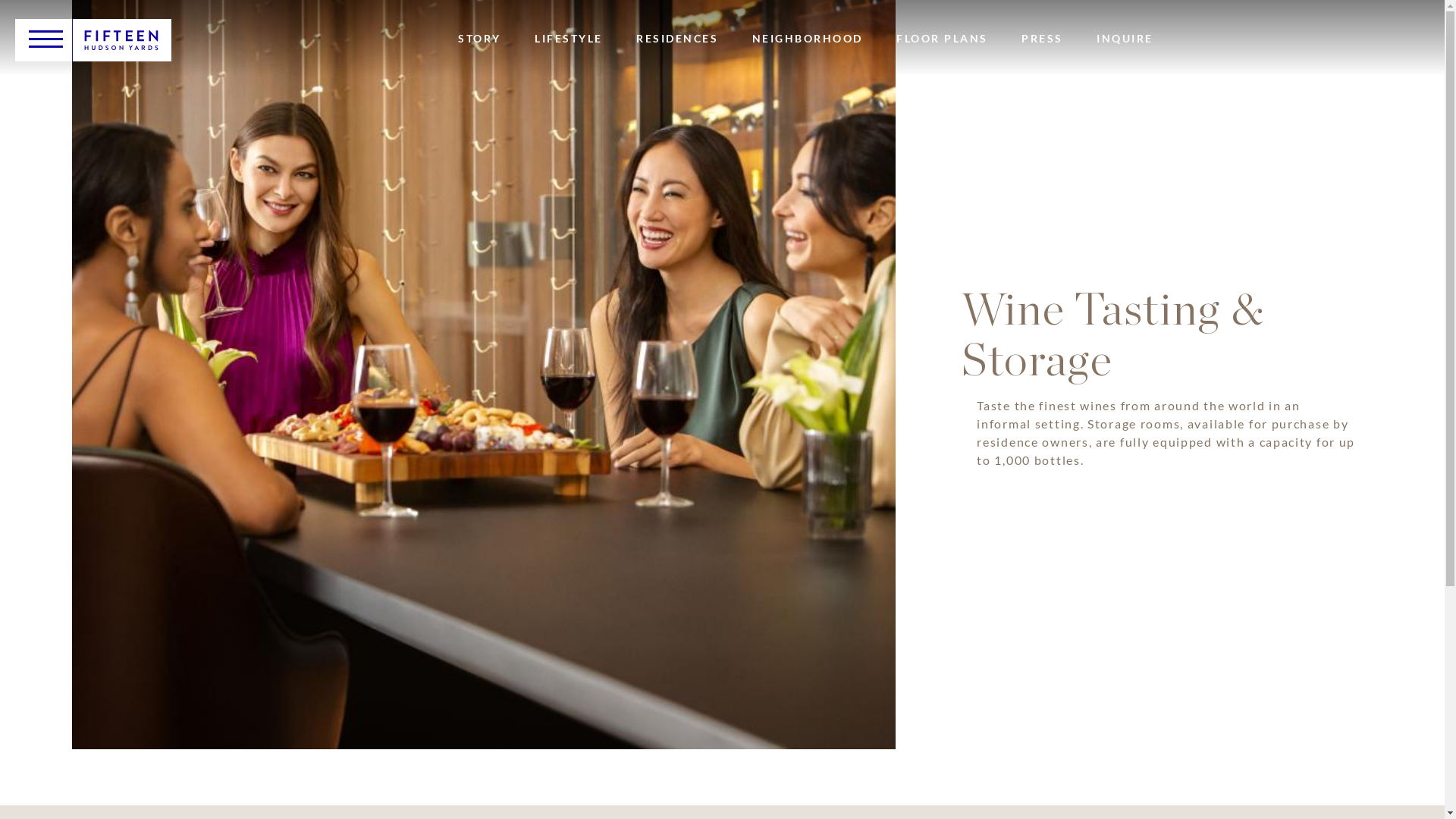 The width and height of the screenshot is (1456, 819). I want to click on 'NEIGHBORHOOD', so click(752, 37).